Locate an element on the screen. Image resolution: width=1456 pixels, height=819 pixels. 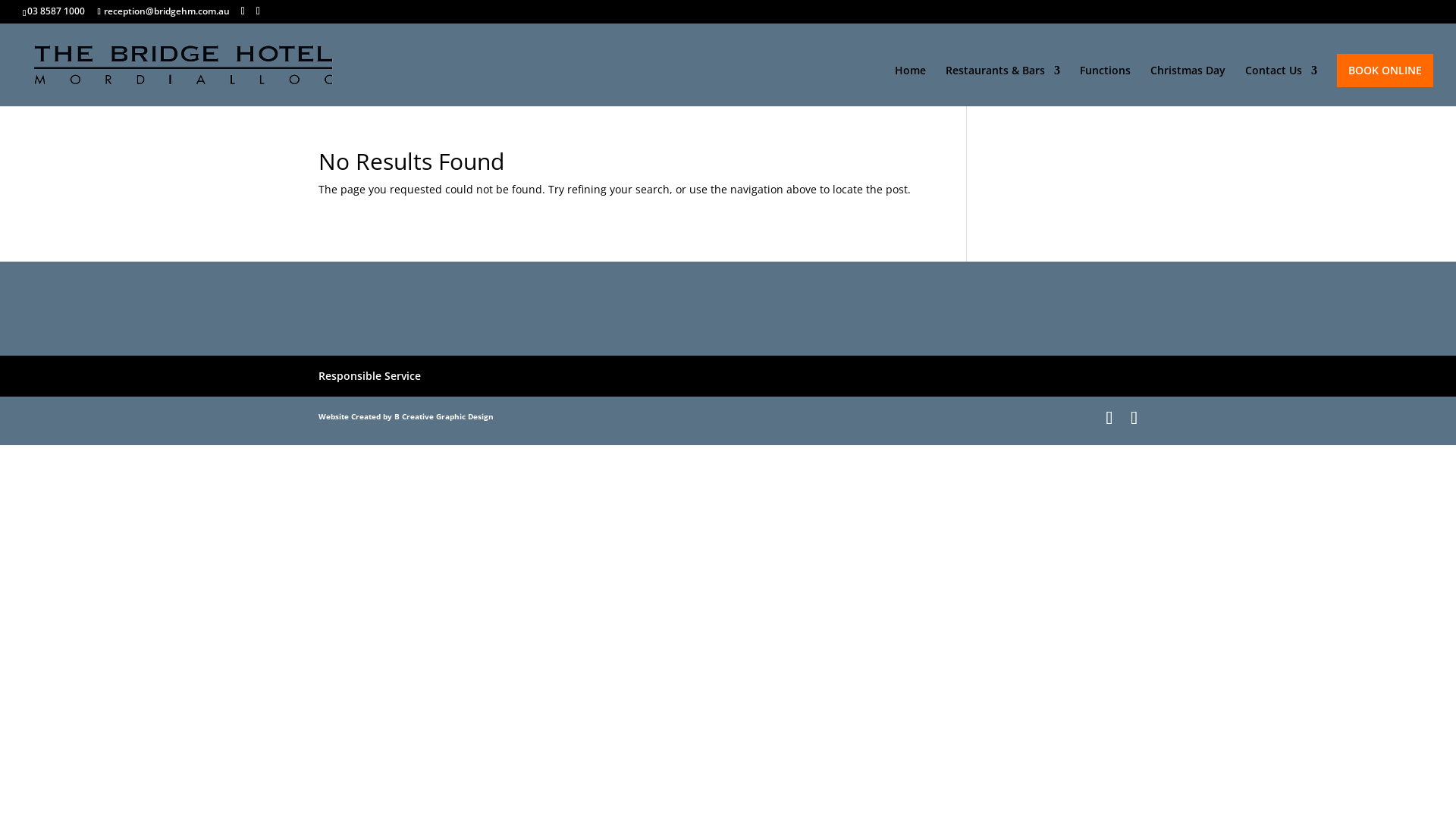
'Functions' is located at coordinates (1105, 85).